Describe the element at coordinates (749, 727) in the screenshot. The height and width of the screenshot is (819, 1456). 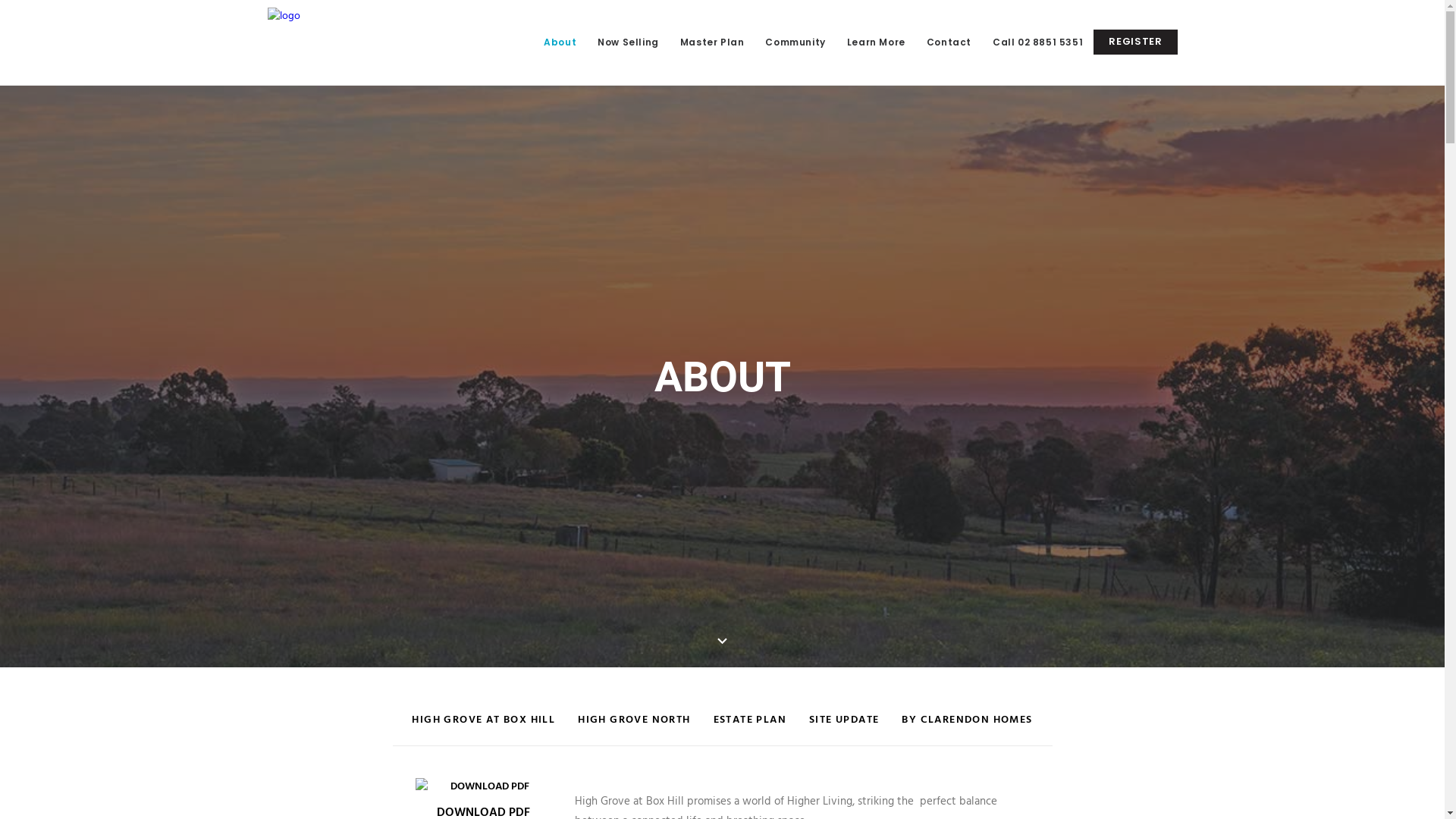
I see `'ESTATE PLAN'` at that location.